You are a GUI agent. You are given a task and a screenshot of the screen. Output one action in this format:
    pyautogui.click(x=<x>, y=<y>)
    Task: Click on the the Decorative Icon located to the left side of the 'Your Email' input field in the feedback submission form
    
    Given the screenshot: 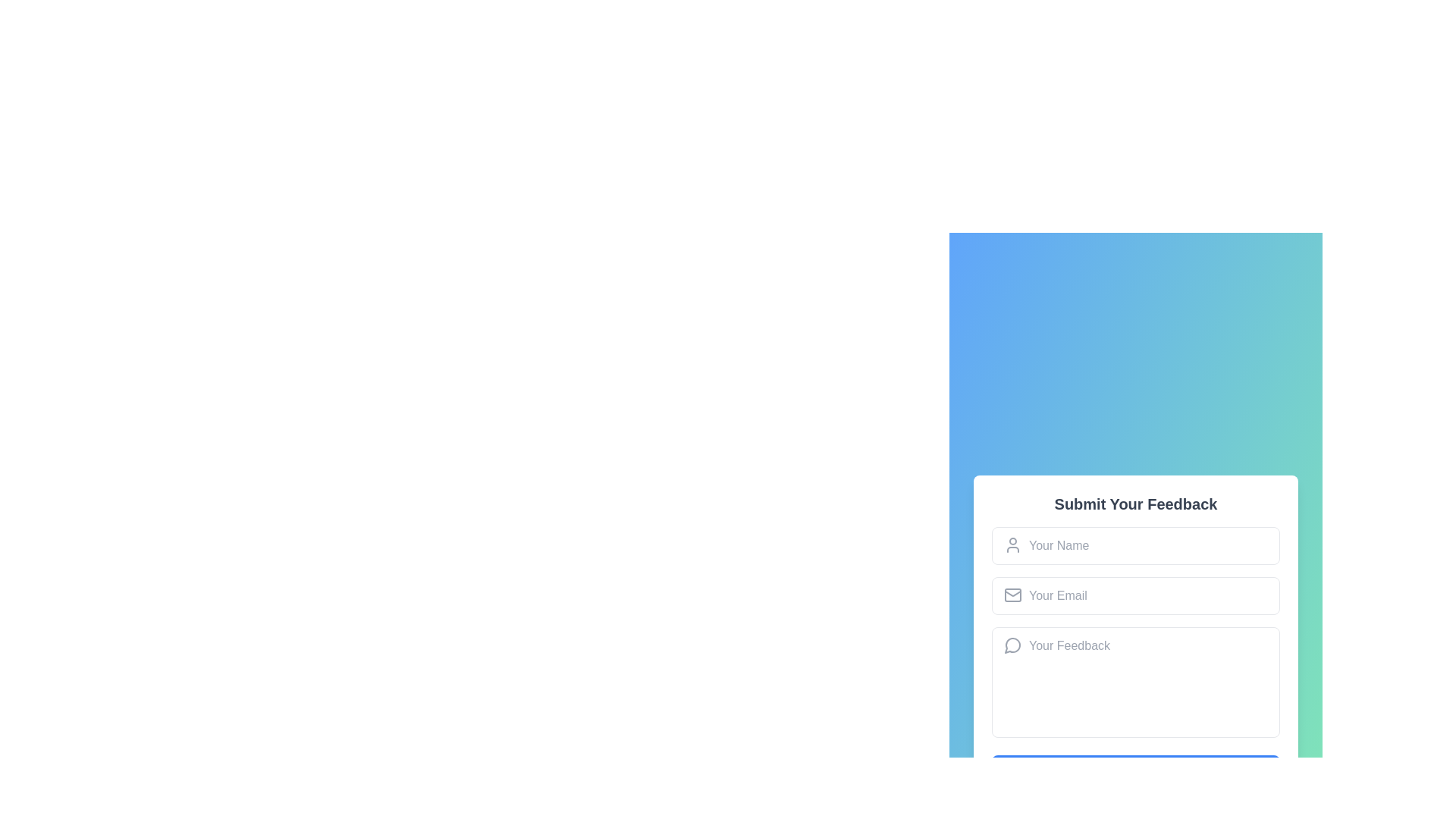 What is the action you would take?
    pyautogui.click(x=1012, y=593)
    